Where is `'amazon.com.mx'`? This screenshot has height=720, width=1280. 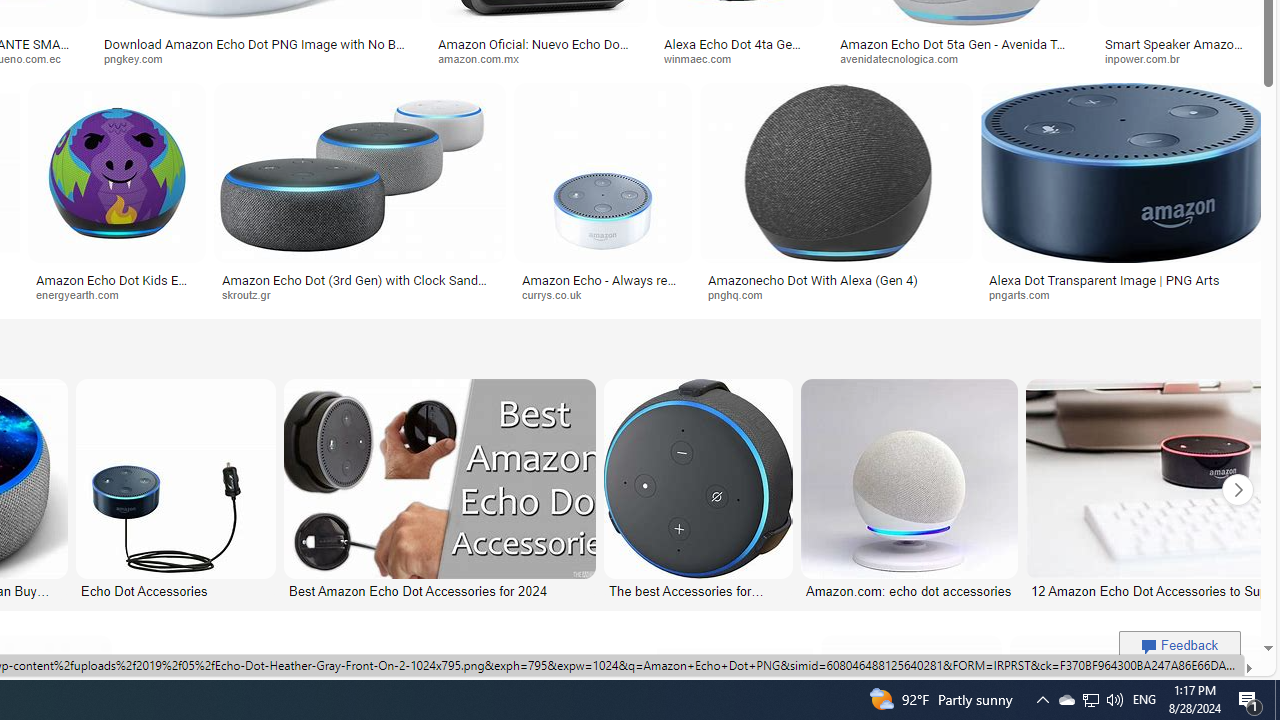 'amazon.com.mx' is located at coordinates (538, 58).